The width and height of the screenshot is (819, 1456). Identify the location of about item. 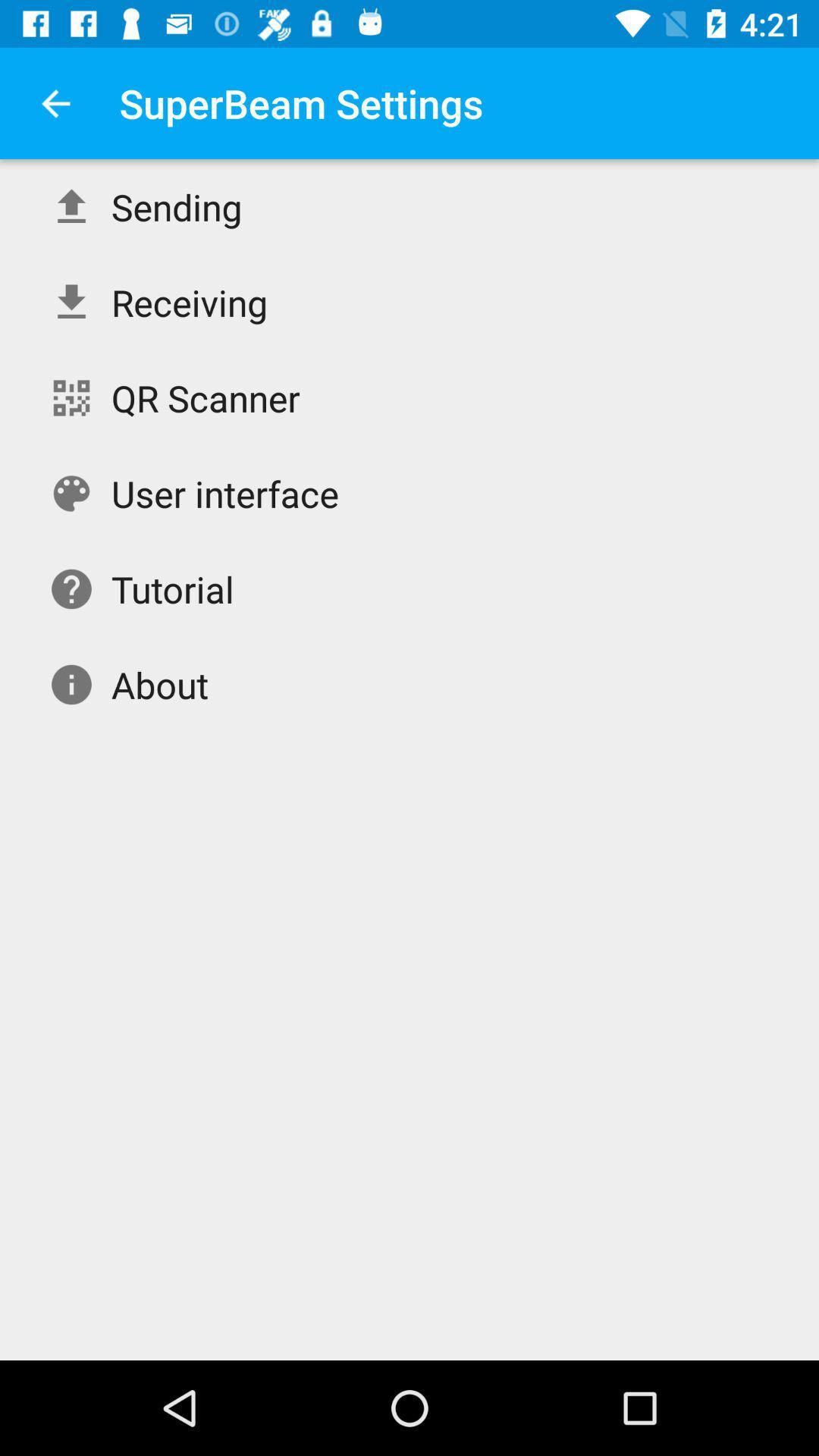
(160, 683).